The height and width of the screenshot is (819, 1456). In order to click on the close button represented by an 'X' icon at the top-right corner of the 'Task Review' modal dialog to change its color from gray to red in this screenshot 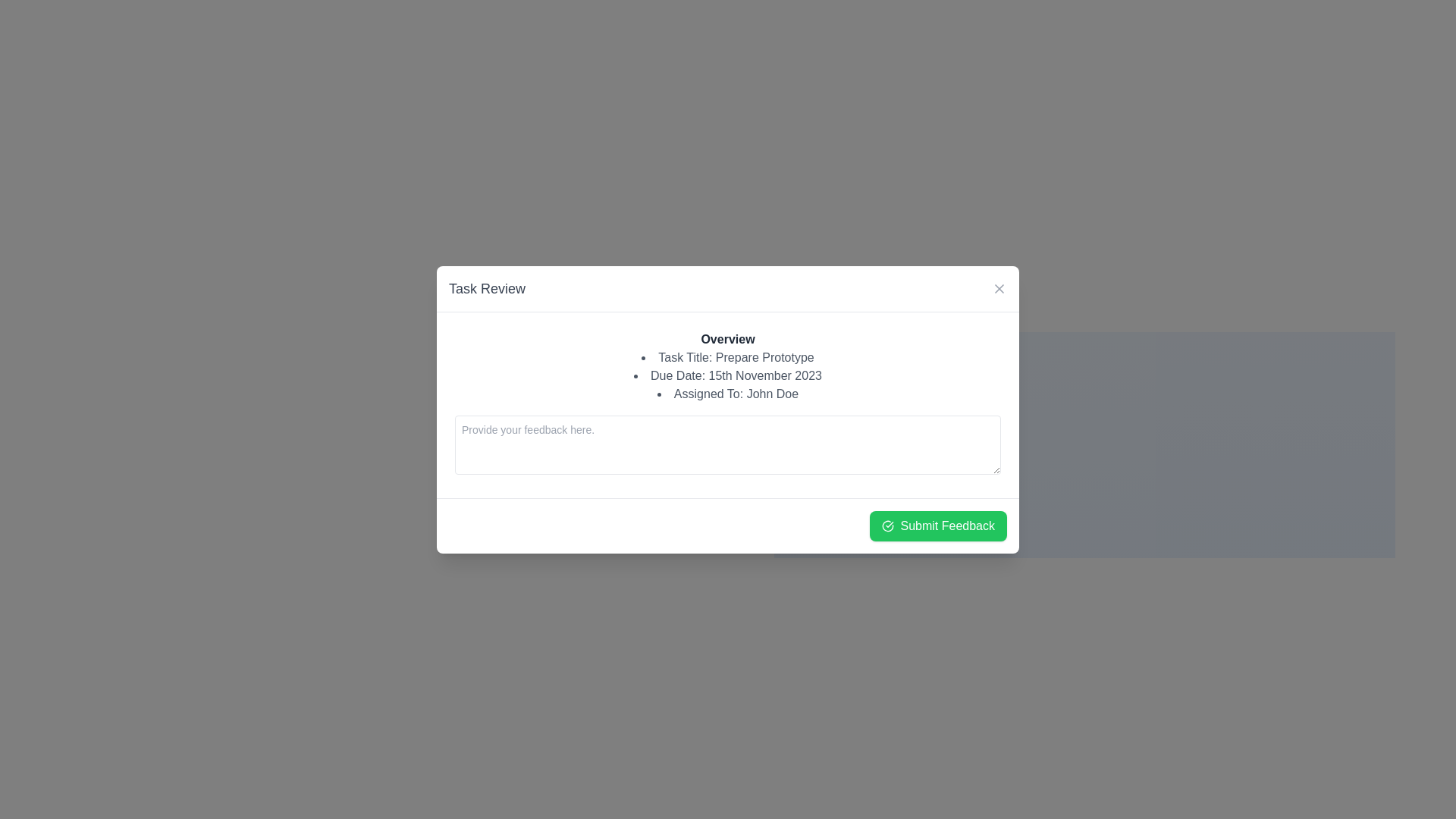, I will do `click(999, 288)`.